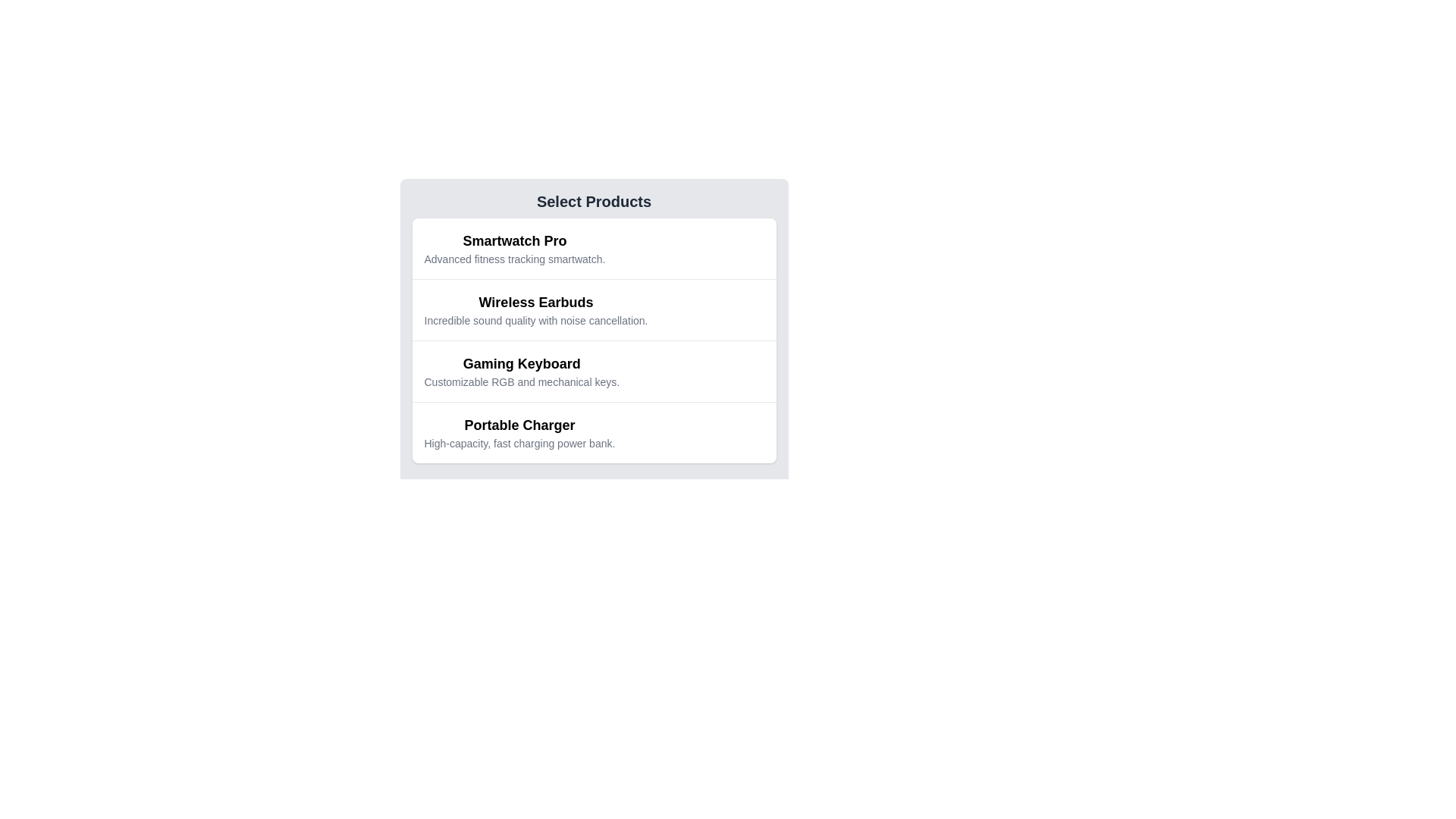 This screenshot has height=819, width=1456. Describe the element at coordinates (514, 240) in the screenshot. I see `the text label 'Smartwatch Pro', which is the title of the first product in the 'Select Products' list, distinguished by its bold font and larger size` at that location.